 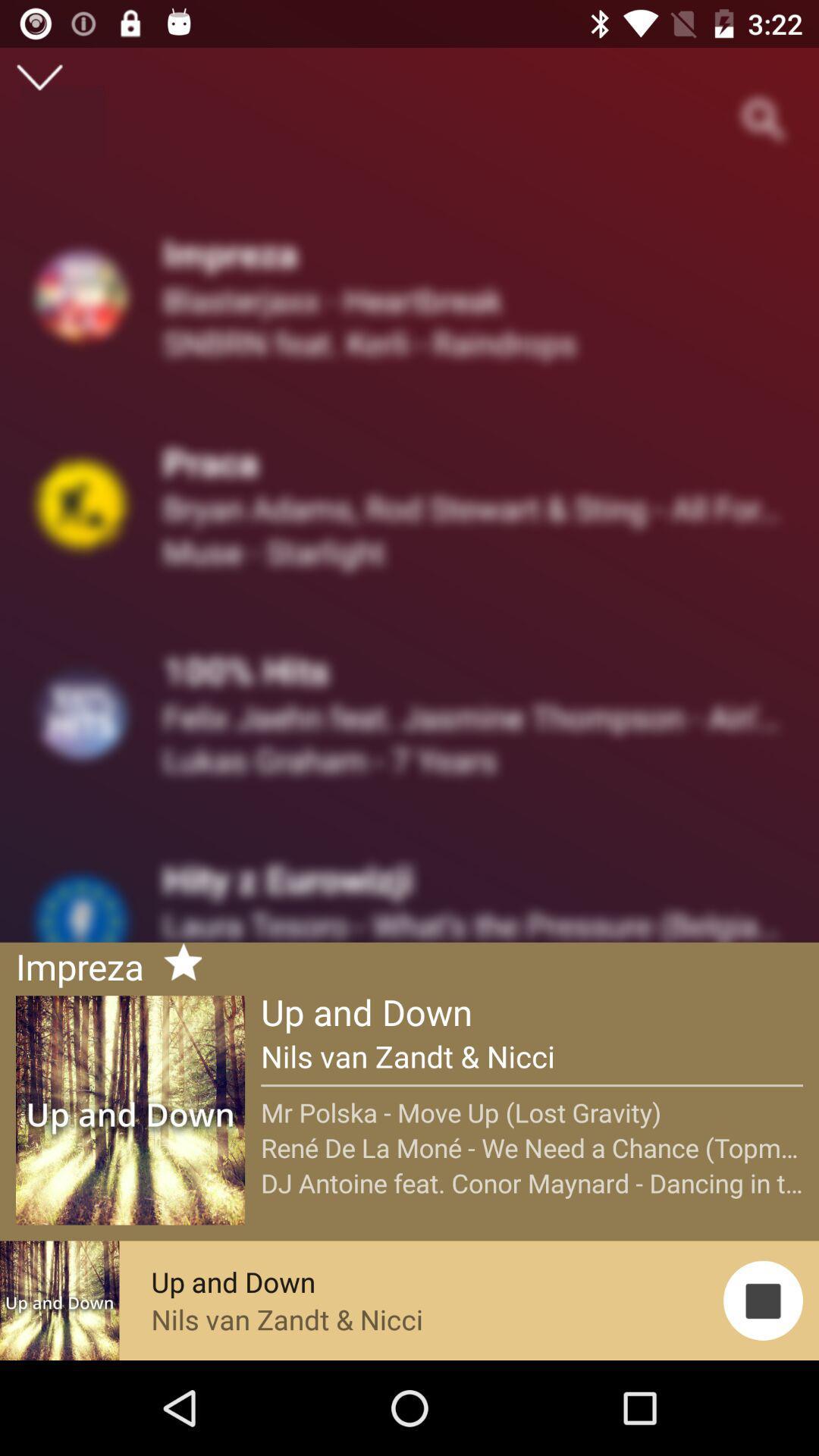 What do you see at coordinates (176, 964) in the screenshot?
I see `icon to the left of the up and down item` at bounding box center [176, 964].